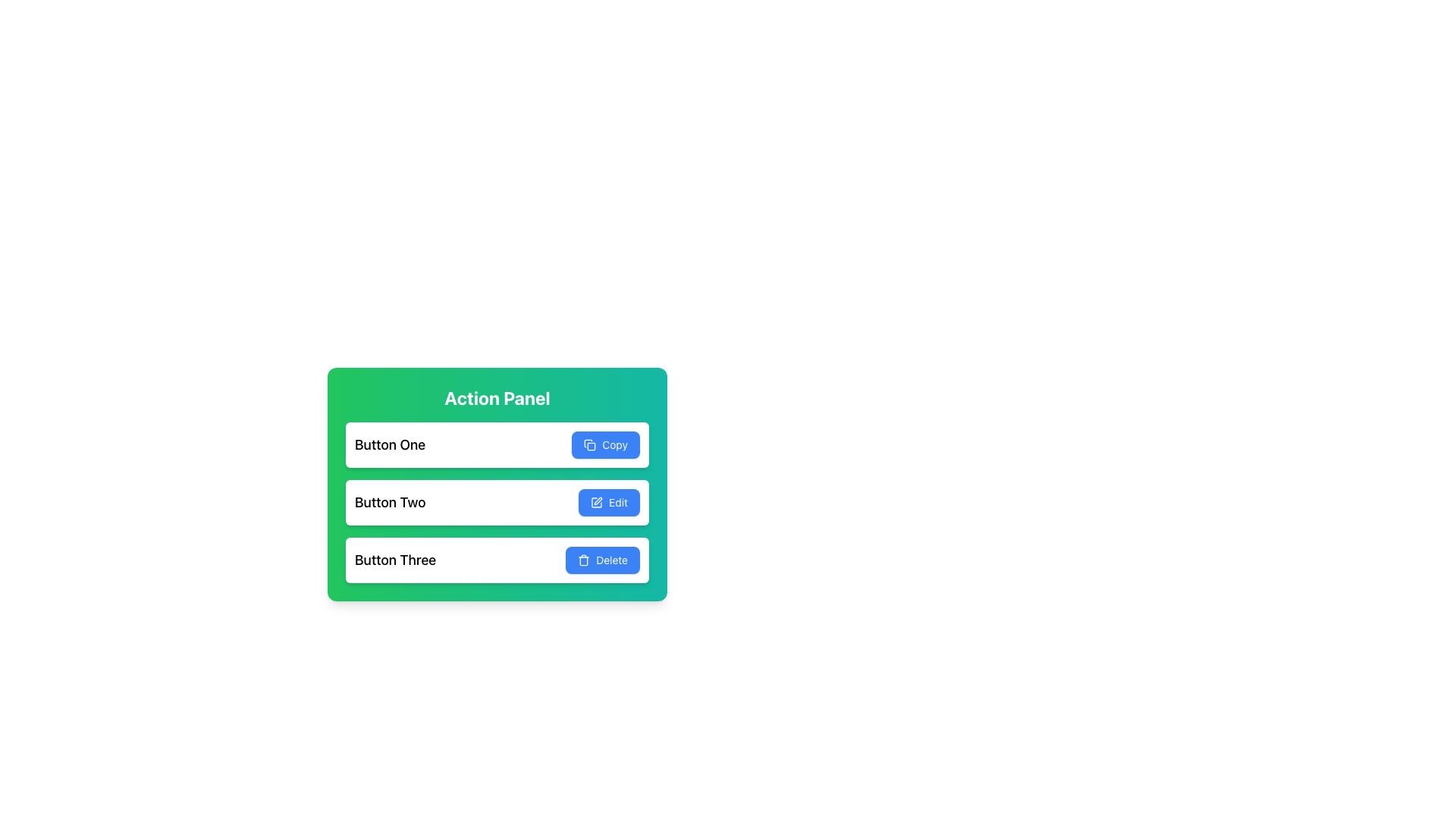  I want to click on the edit icon, which is a small pen symbol on a blue background located in the 'Edit' button within the 'Action Panel.', so click(596, 503).